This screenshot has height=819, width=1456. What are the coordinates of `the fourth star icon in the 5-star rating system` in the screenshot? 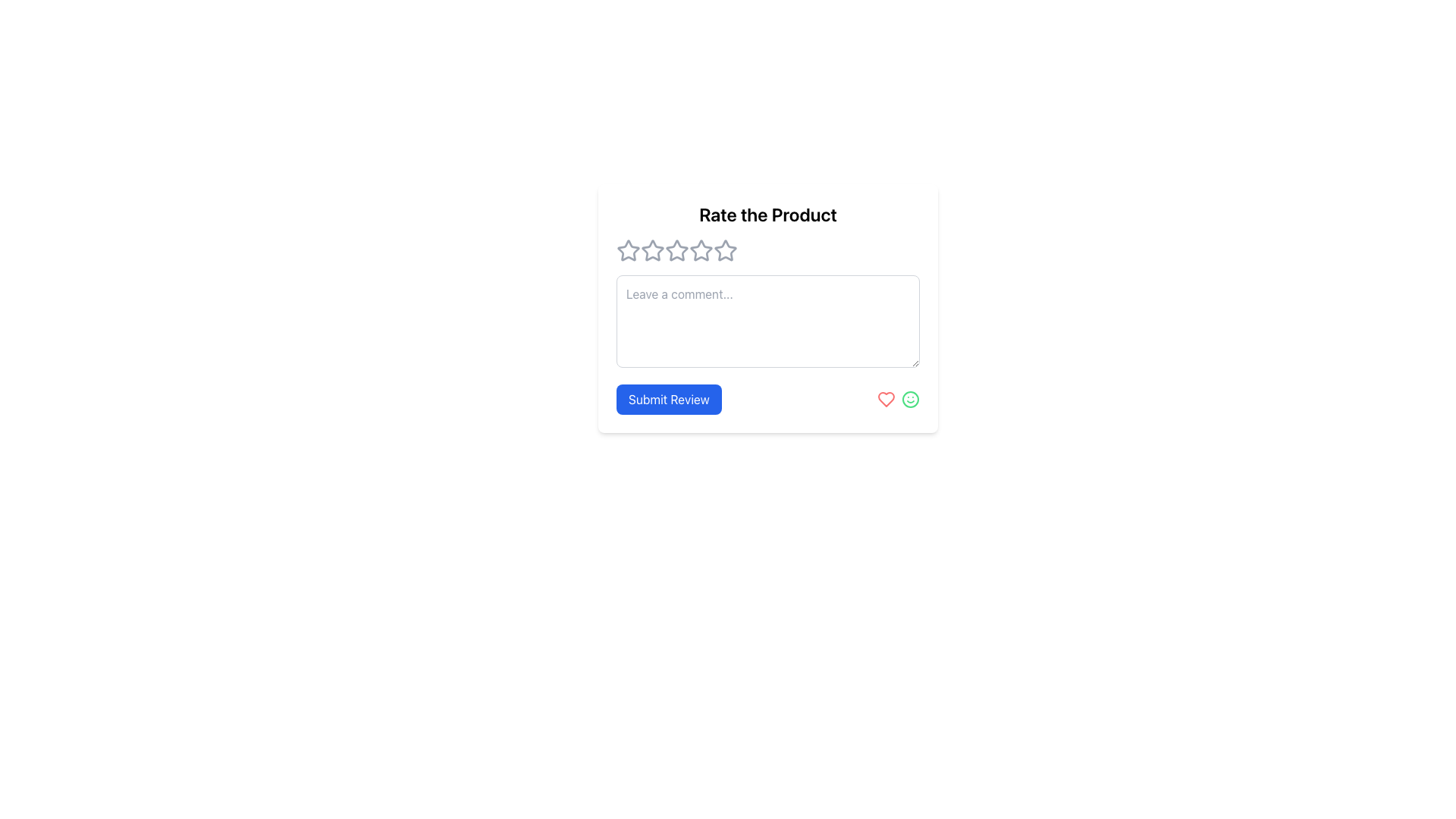 It's located at (724, 249).